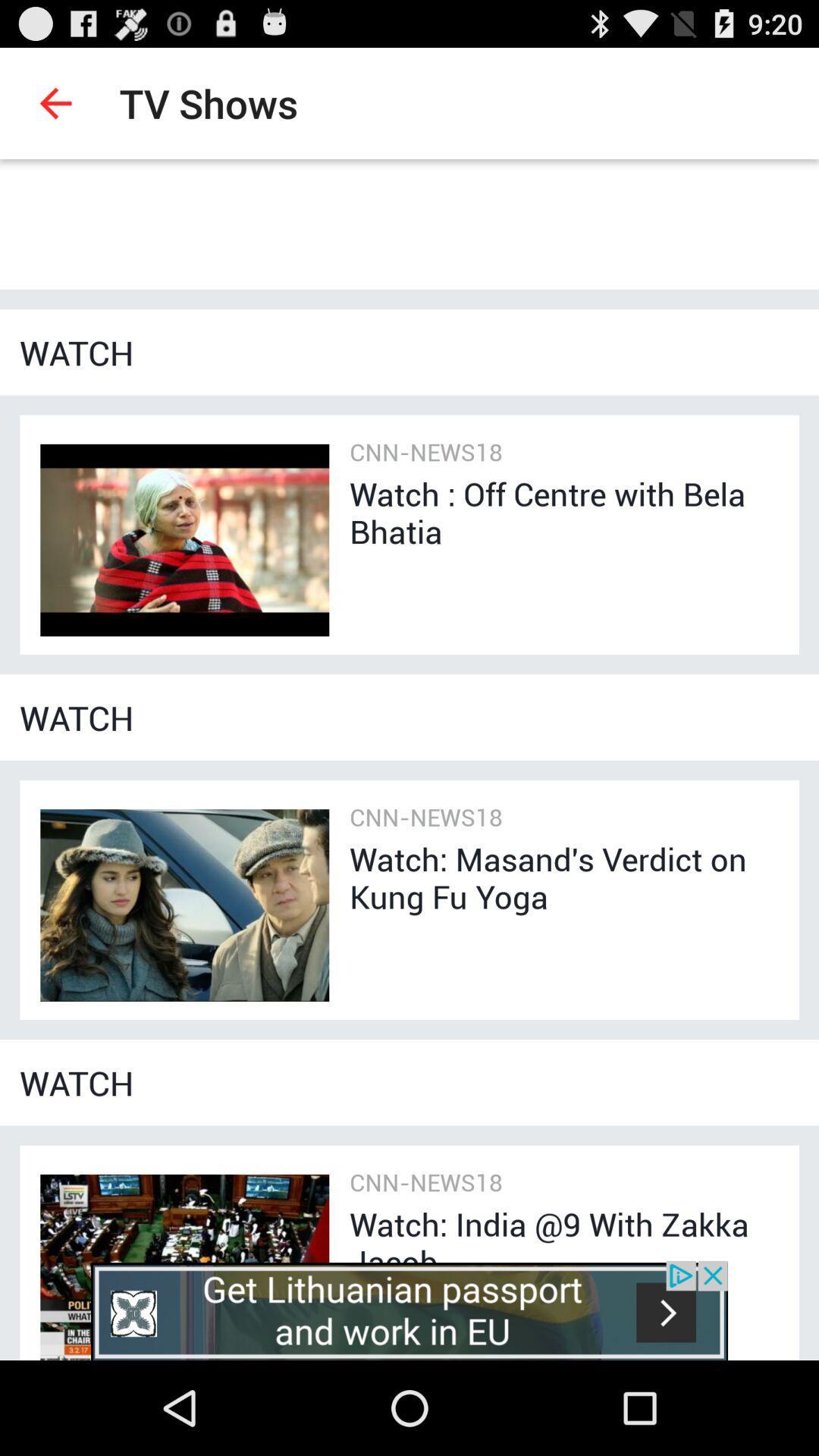 This screenshot has height=1456, width=819. Describe the element at coordinates (409, 1310) in the screenshot. I see `advertisement banner` at that location.